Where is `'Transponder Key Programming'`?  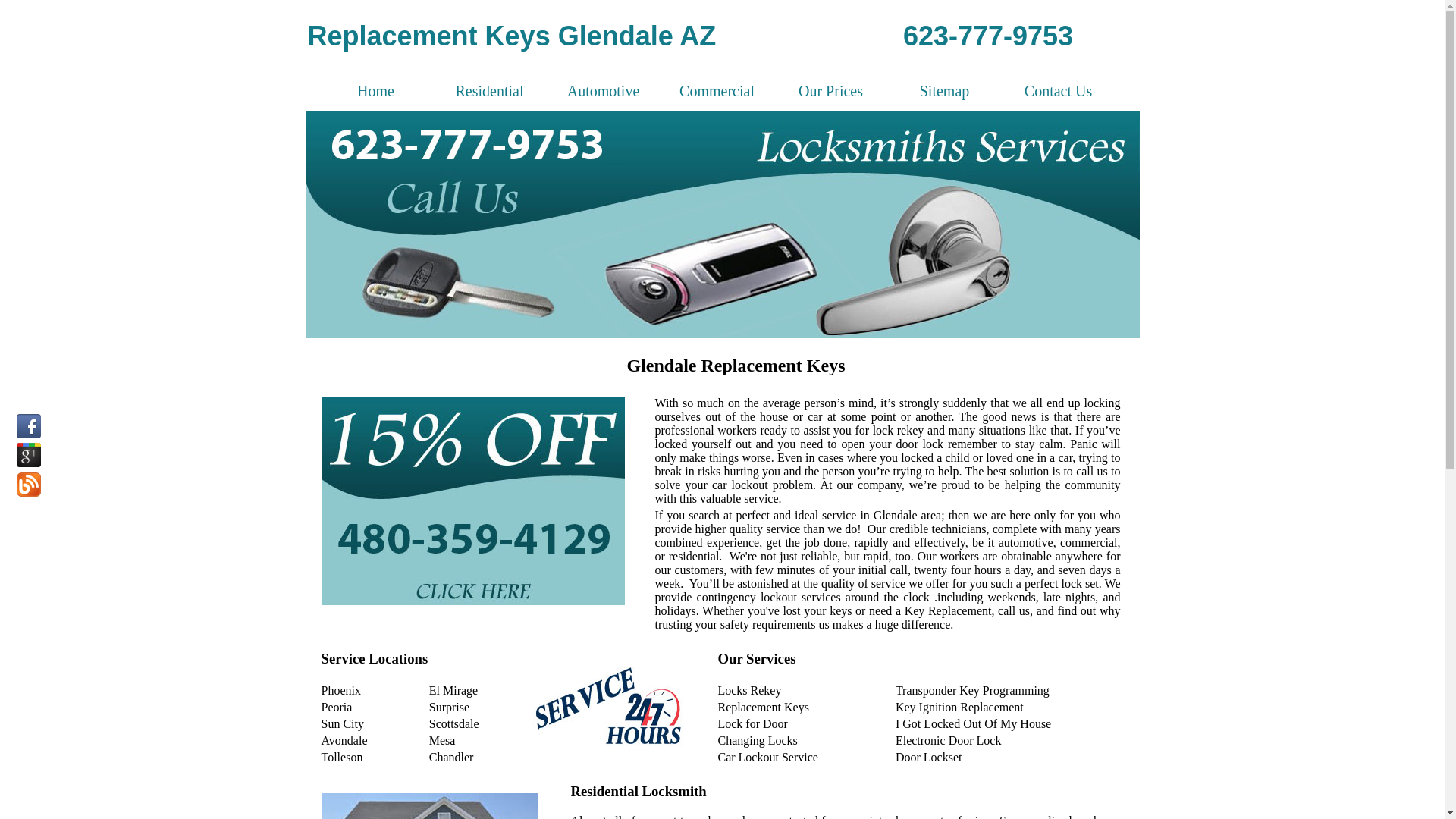
'Transponder Key Programming' is located at coordinates (972, 690).